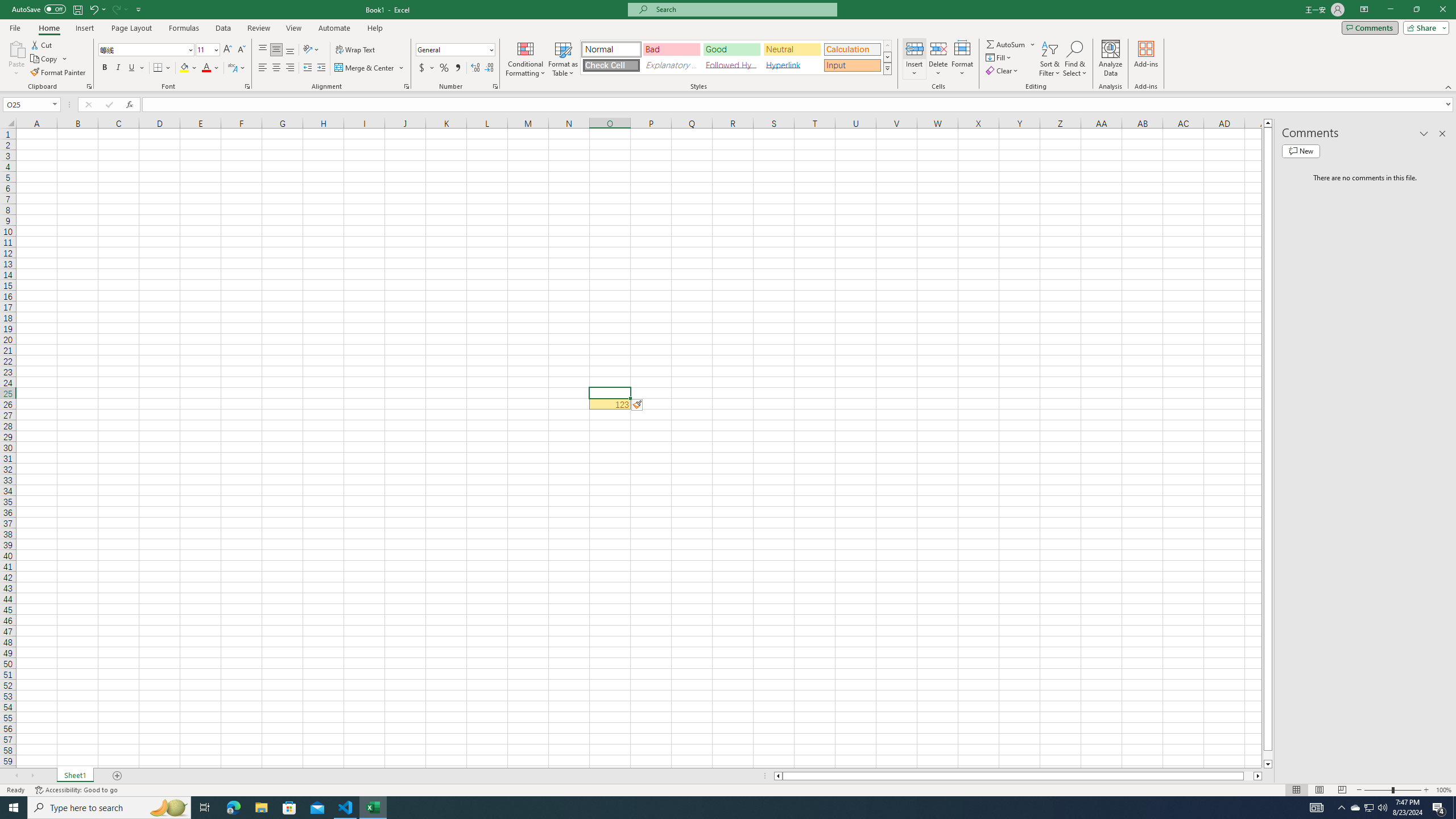  Describe the element at coordinates (375, 28) in the screenshot. I see `'Help'` at that location.